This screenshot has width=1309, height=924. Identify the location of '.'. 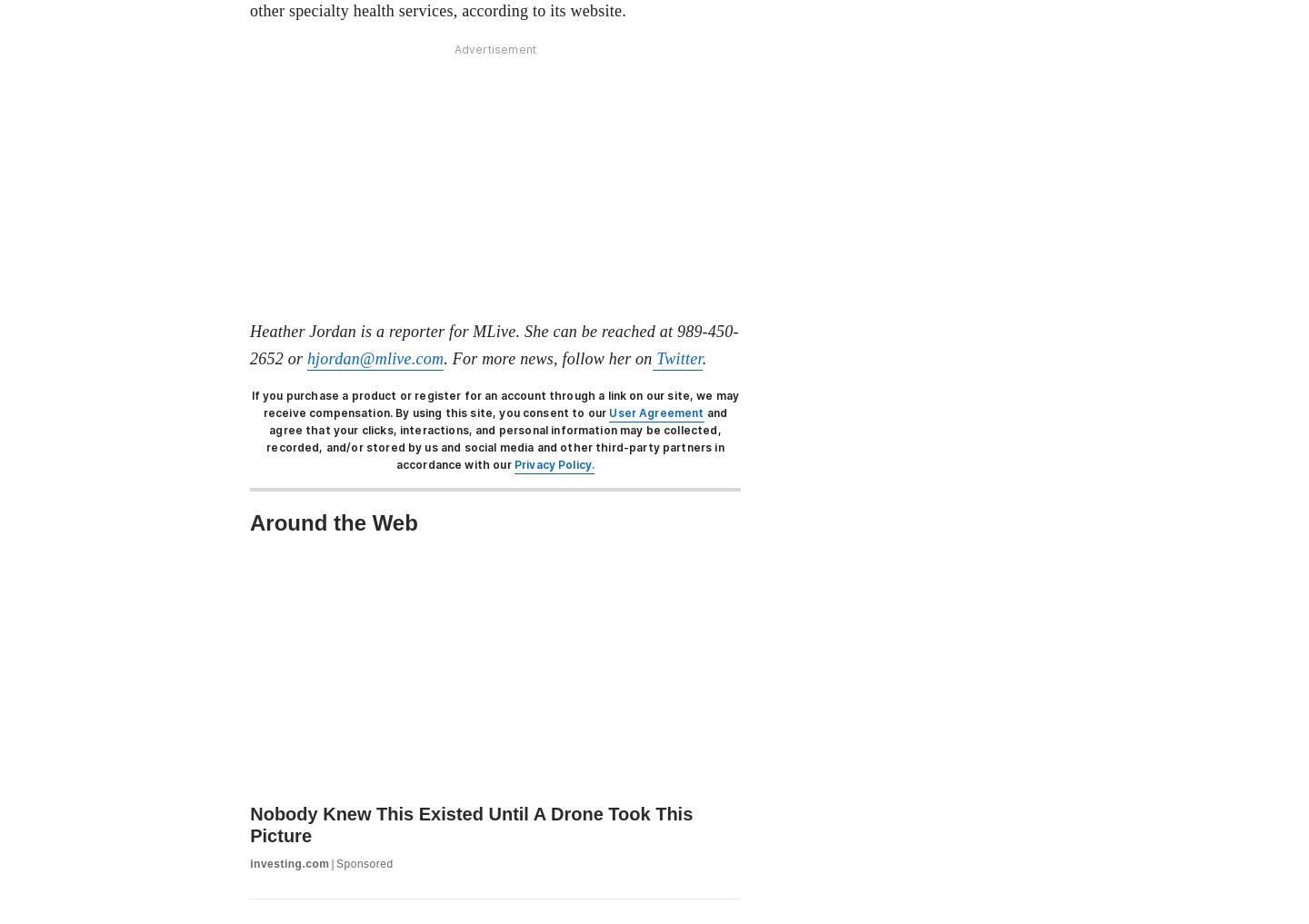
(703, 356).